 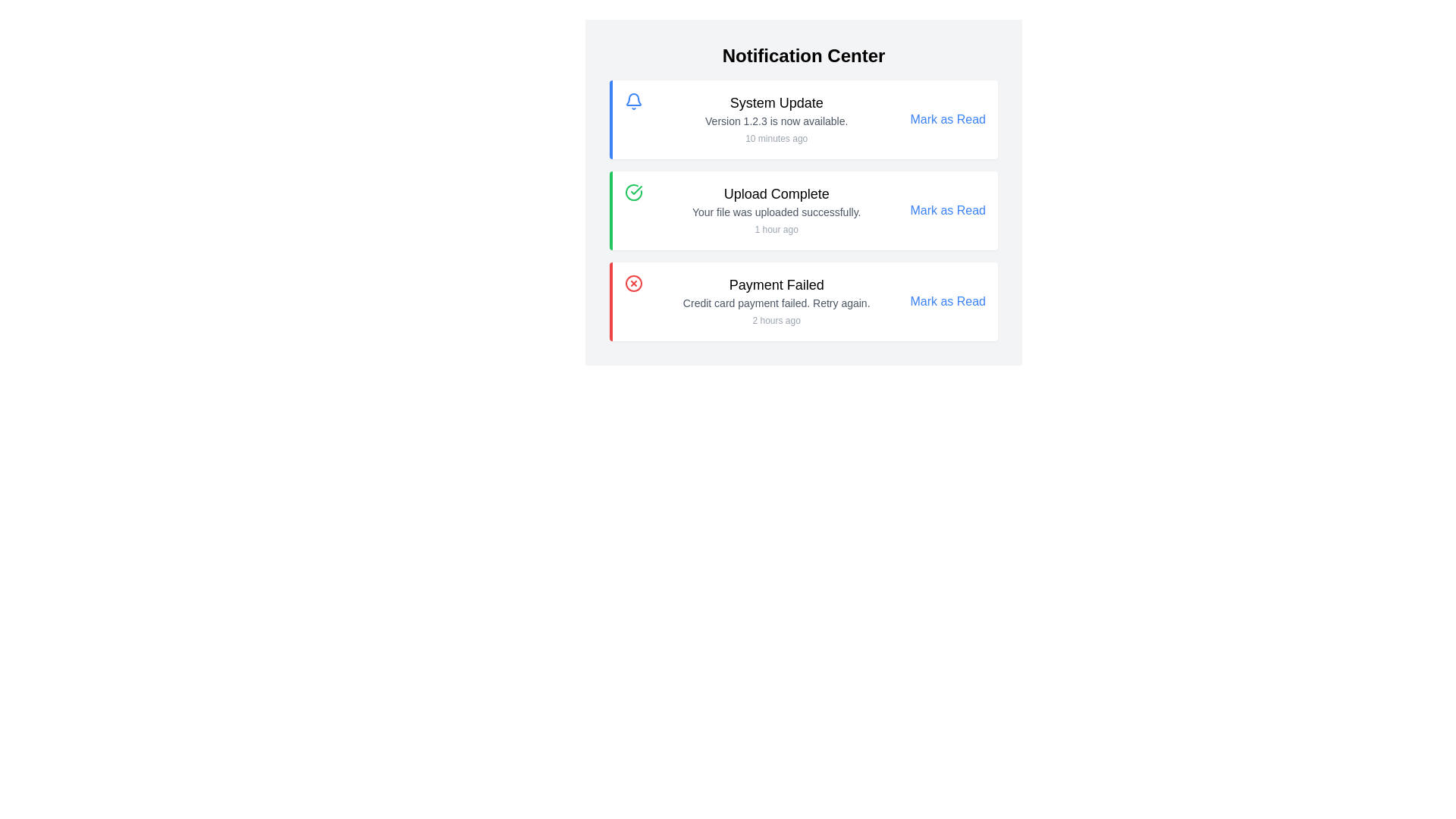 What do you see at coordinates (946, 210) in the screenshot?
I see `the clickable text link to mark the 'Upload Complete' notification as read, located at the extreme right of the notification item` at bounding box center [946, 210].